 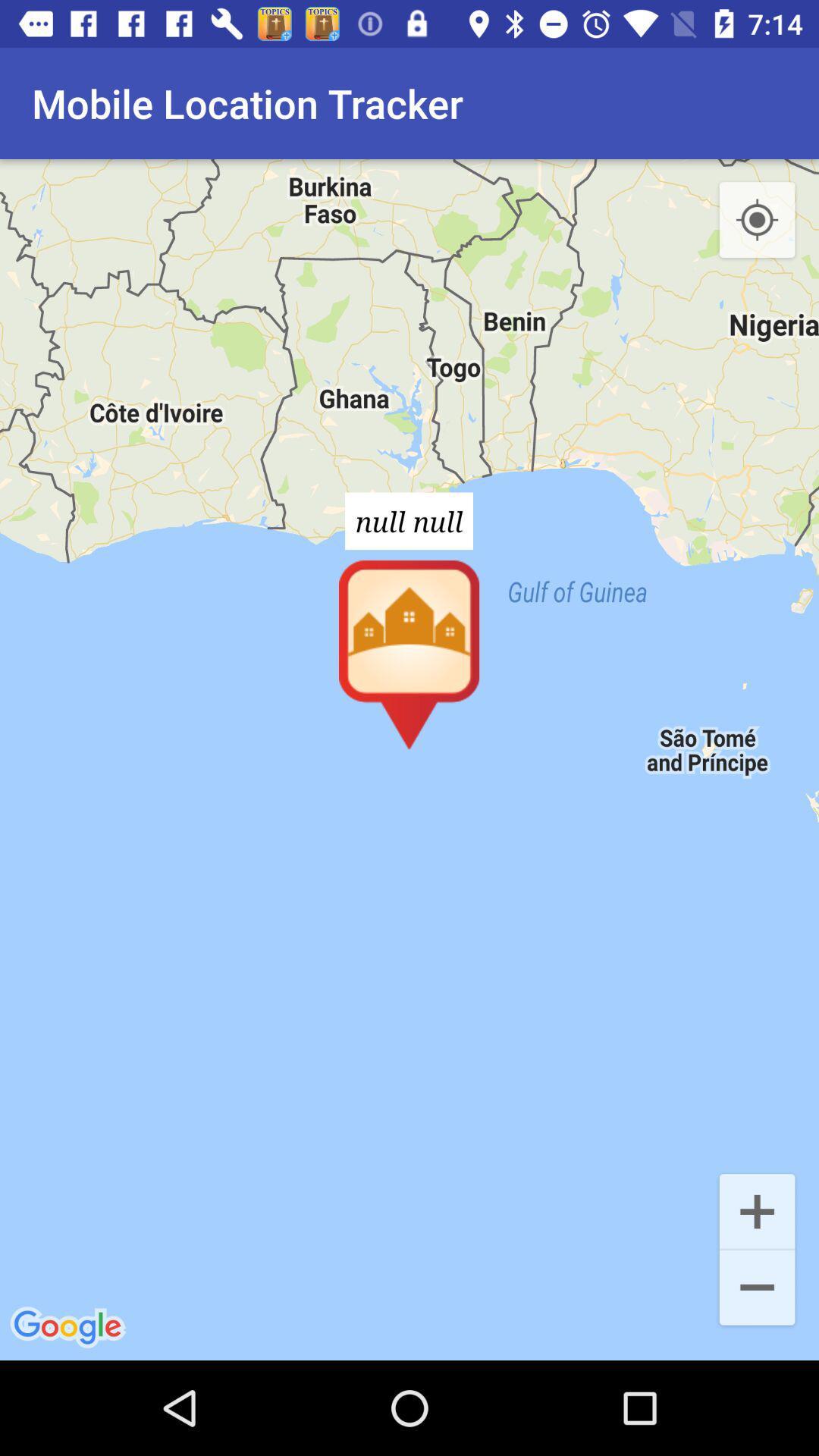 I want to click on icon at the center, so click(x=409, y=760).